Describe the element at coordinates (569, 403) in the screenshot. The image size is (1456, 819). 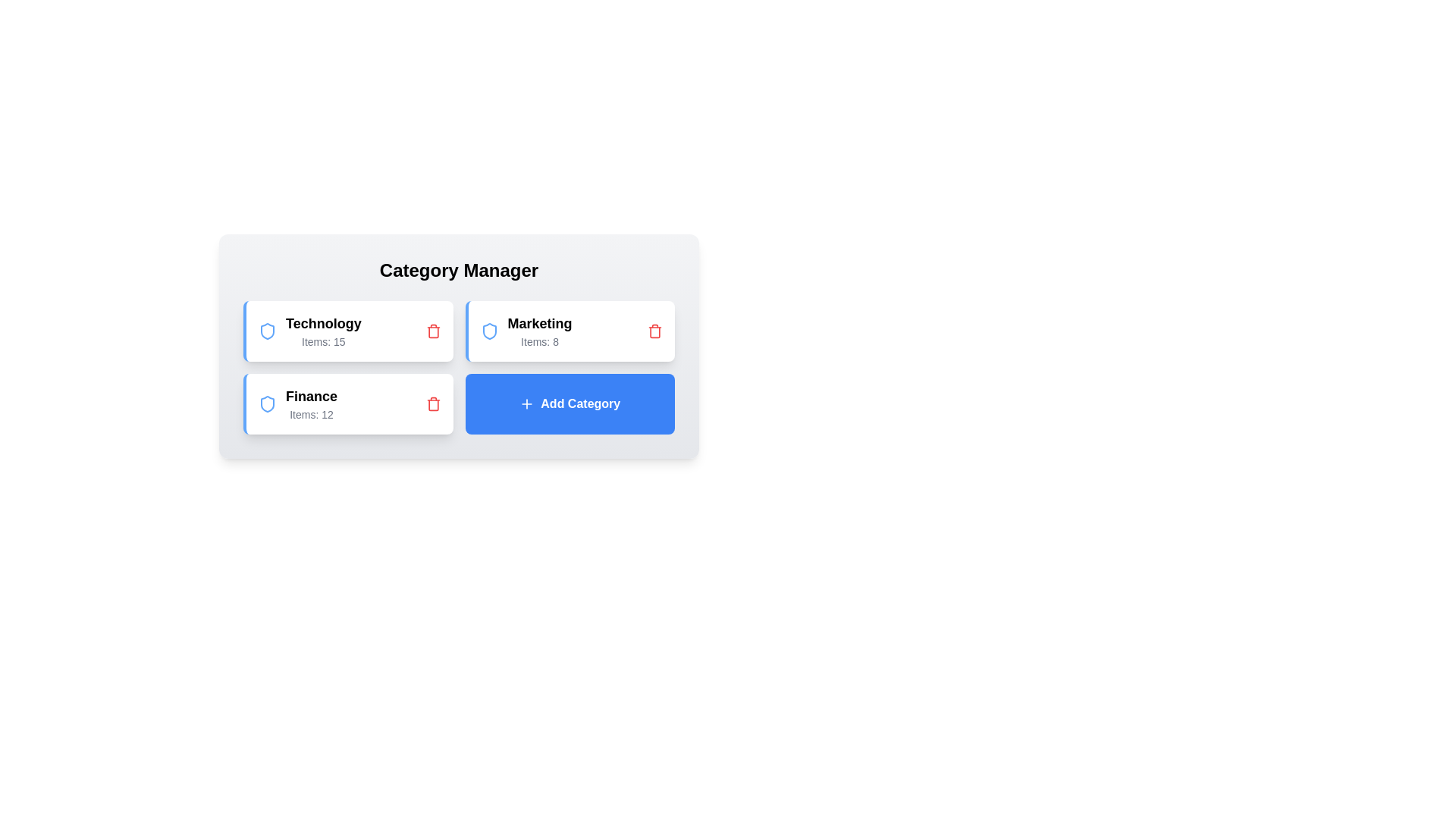
I see `'Add Category' button to create a new category` at that location.